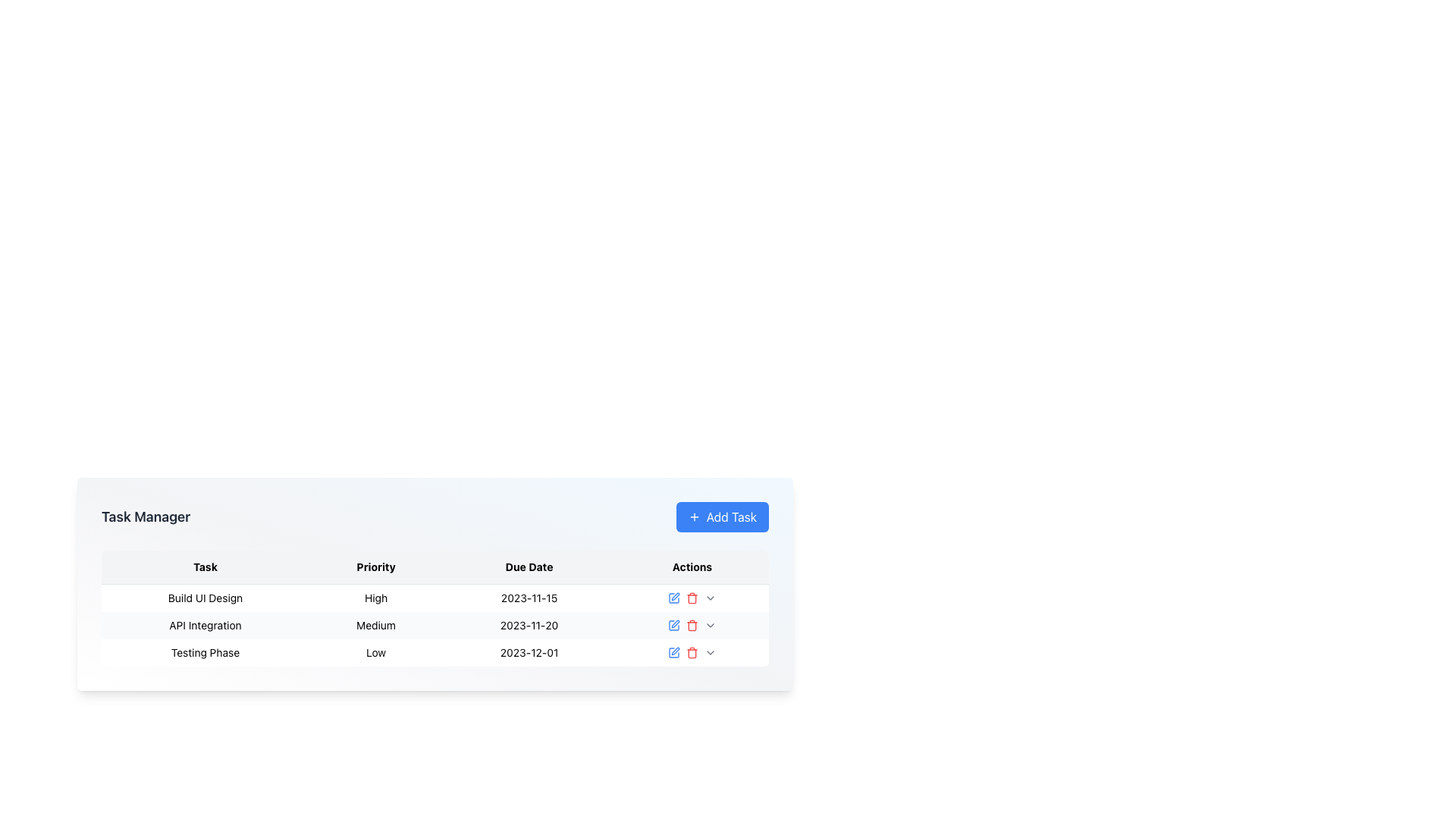 This screenshot has width=1456, height=819. I want to click on the second icon in the 'Actions' column of the 'Testing Phase' task row to receive additional information or feedback, so click(675, 651).